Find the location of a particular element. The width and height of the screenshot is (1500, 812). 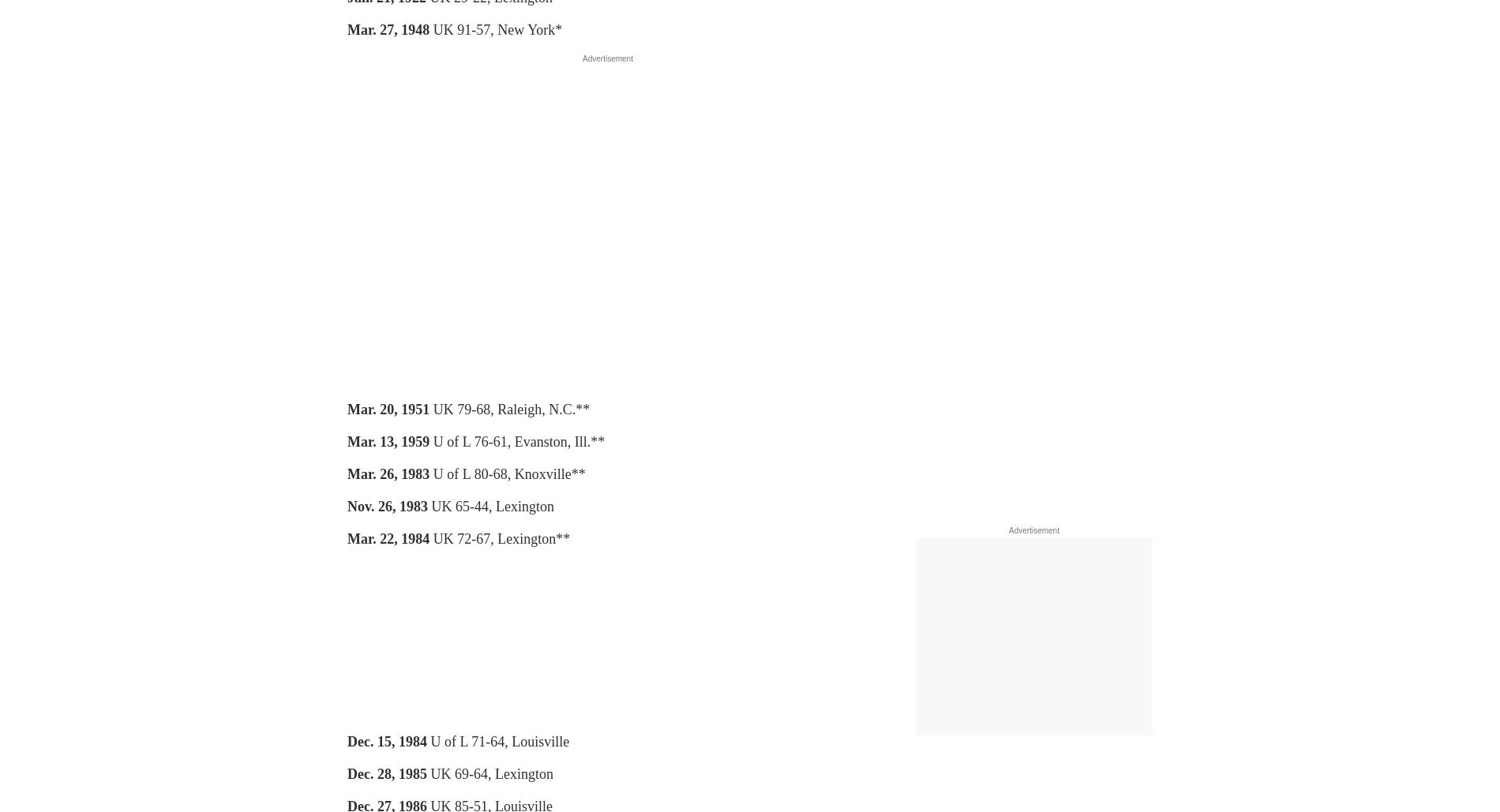

'Mar. 13, 1959' is located at coordinates (388, 440).